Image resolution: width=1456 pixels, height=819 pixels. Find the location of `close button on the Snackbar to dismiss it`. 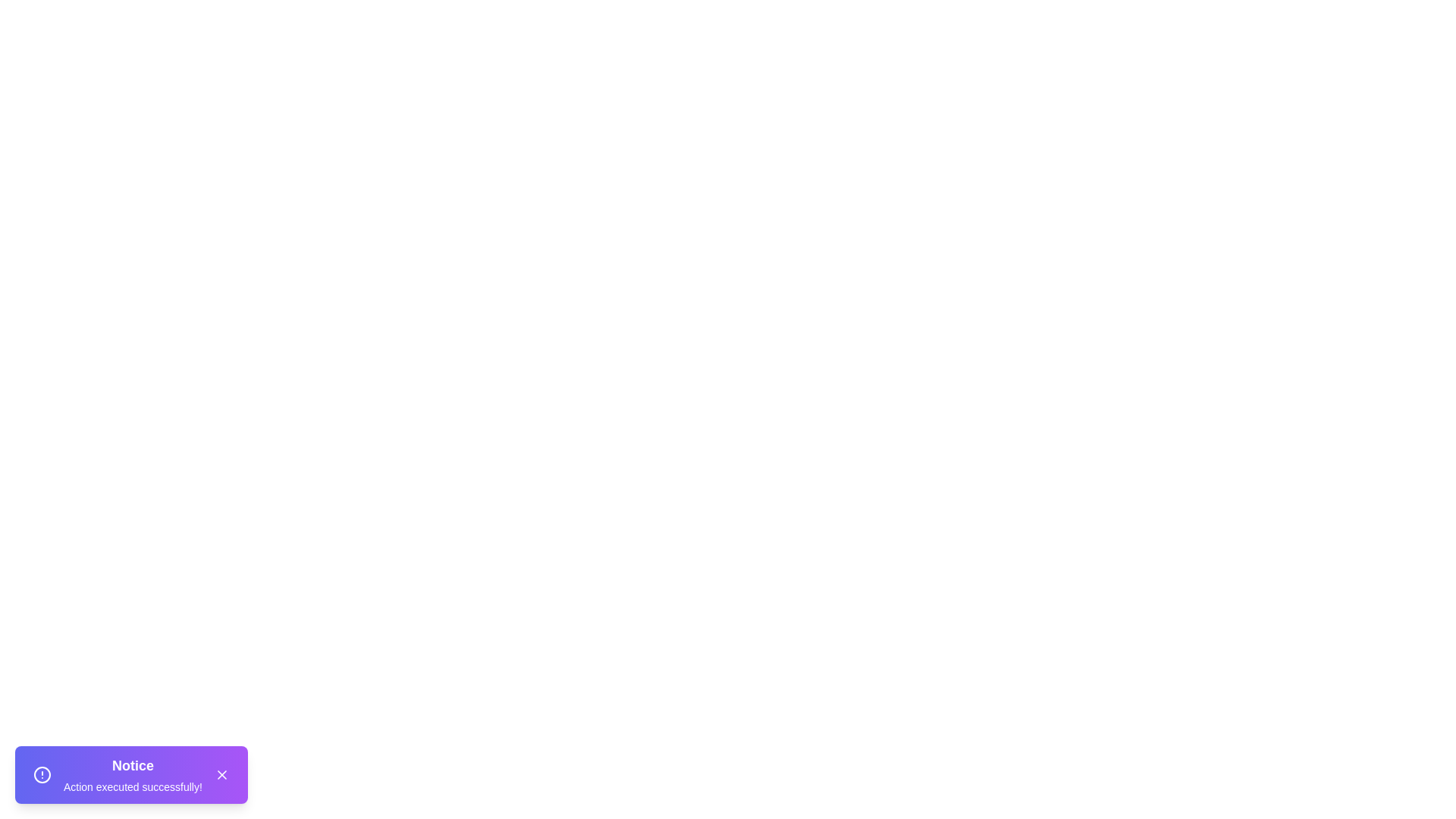

close button on the Snackbar to dismiss it is located at coordinates (221, 775).